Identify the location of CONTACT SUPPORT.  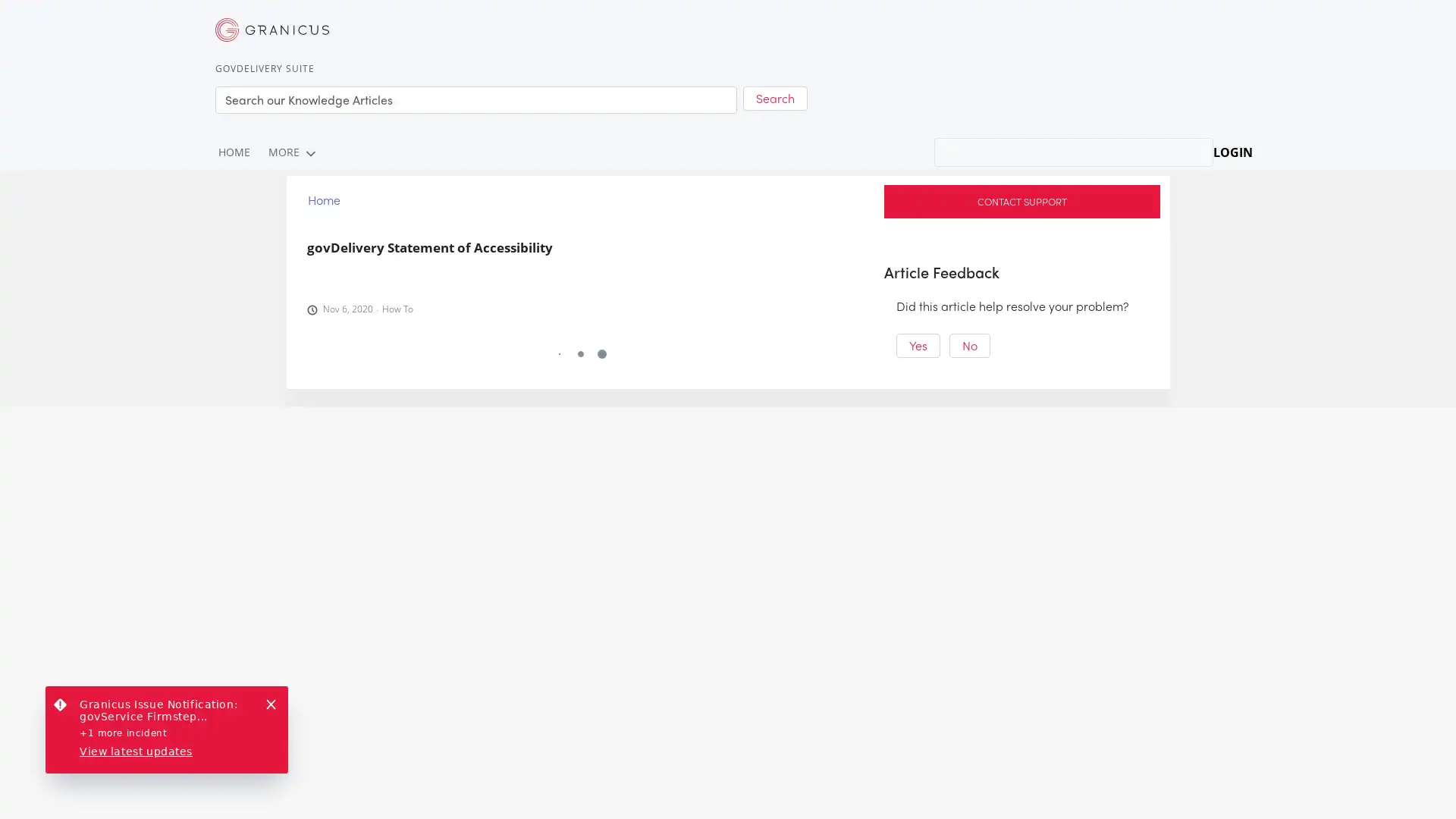
(1022, 200).